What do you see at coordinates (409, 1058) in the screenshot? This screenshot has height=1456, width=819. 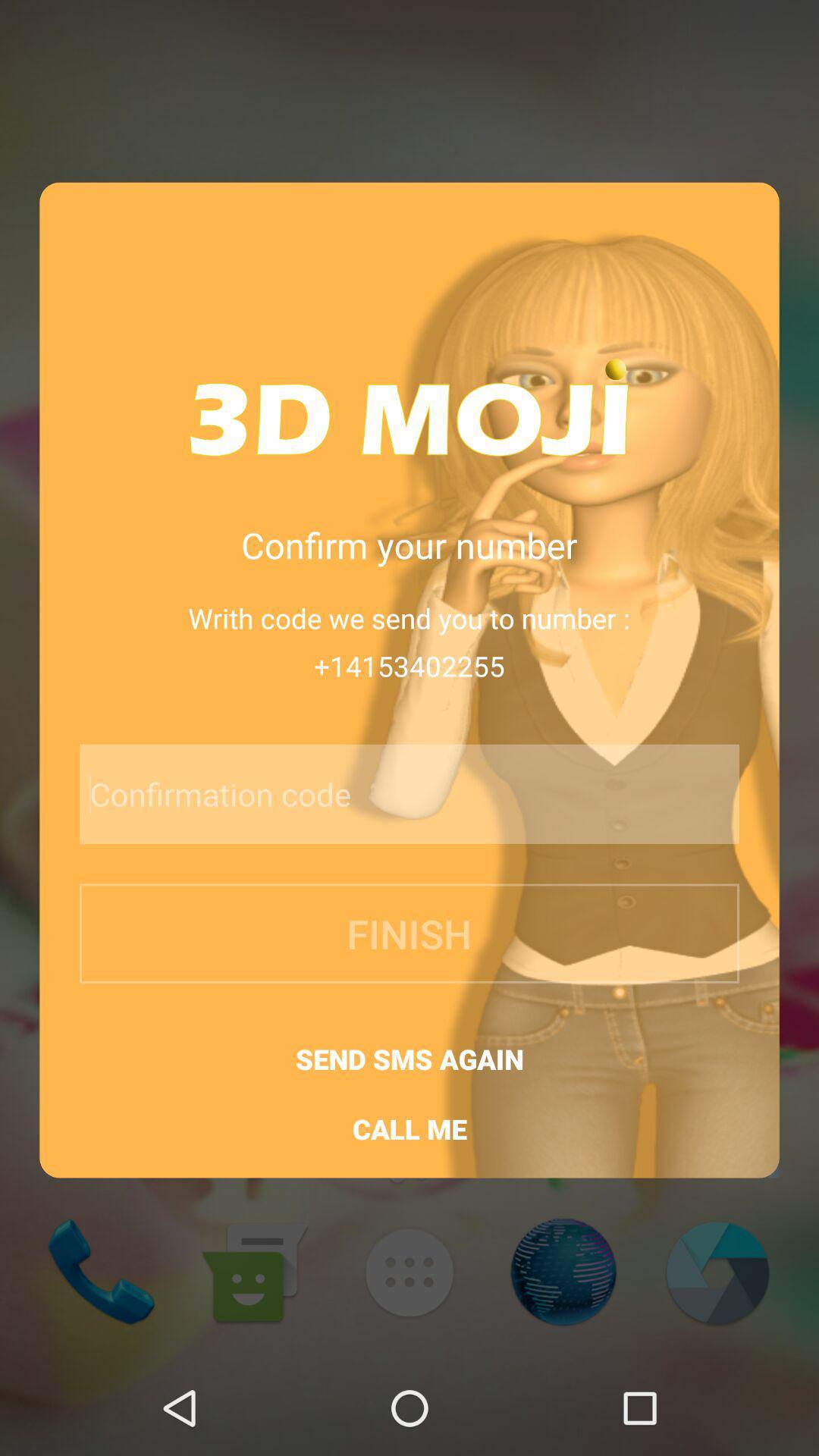 I see `the button below the finish` at bounding box center [409, 1058].